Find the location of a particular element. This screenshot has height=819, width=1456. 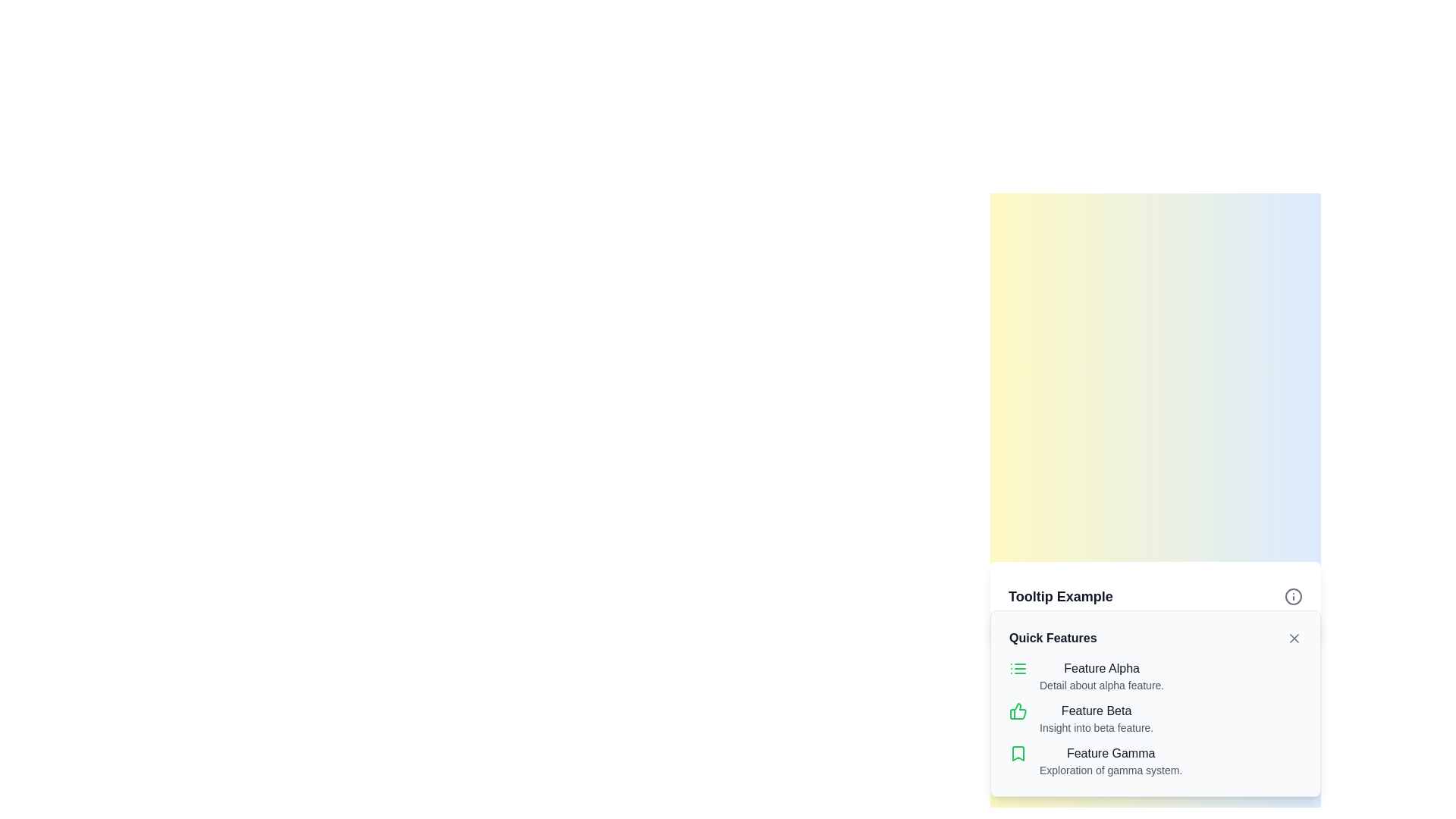

the green bookmark icon located in the Quick Features section next to the 'Feature Gamma' label is located at coordinates (1018, 754).